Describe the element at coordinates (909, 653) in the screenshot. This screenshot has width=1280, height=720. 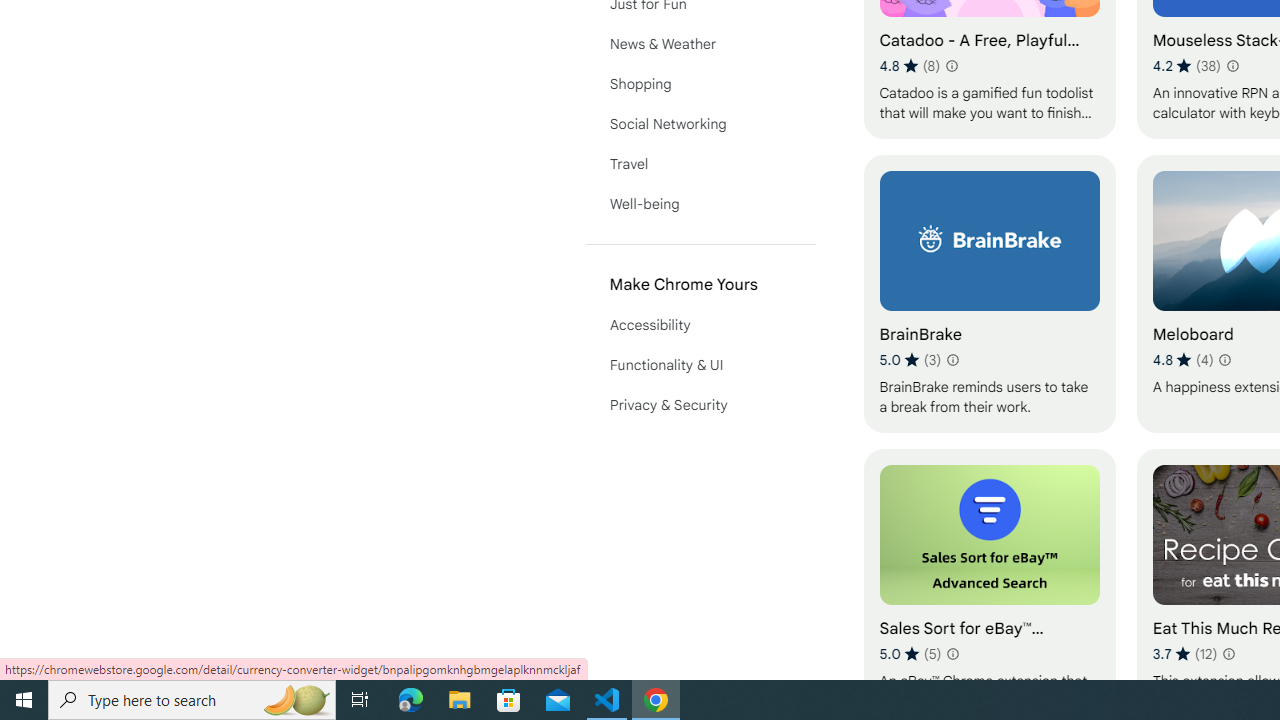
I see `'Average rating 5 out of 5 stars. 5 ratings.'` at that location.